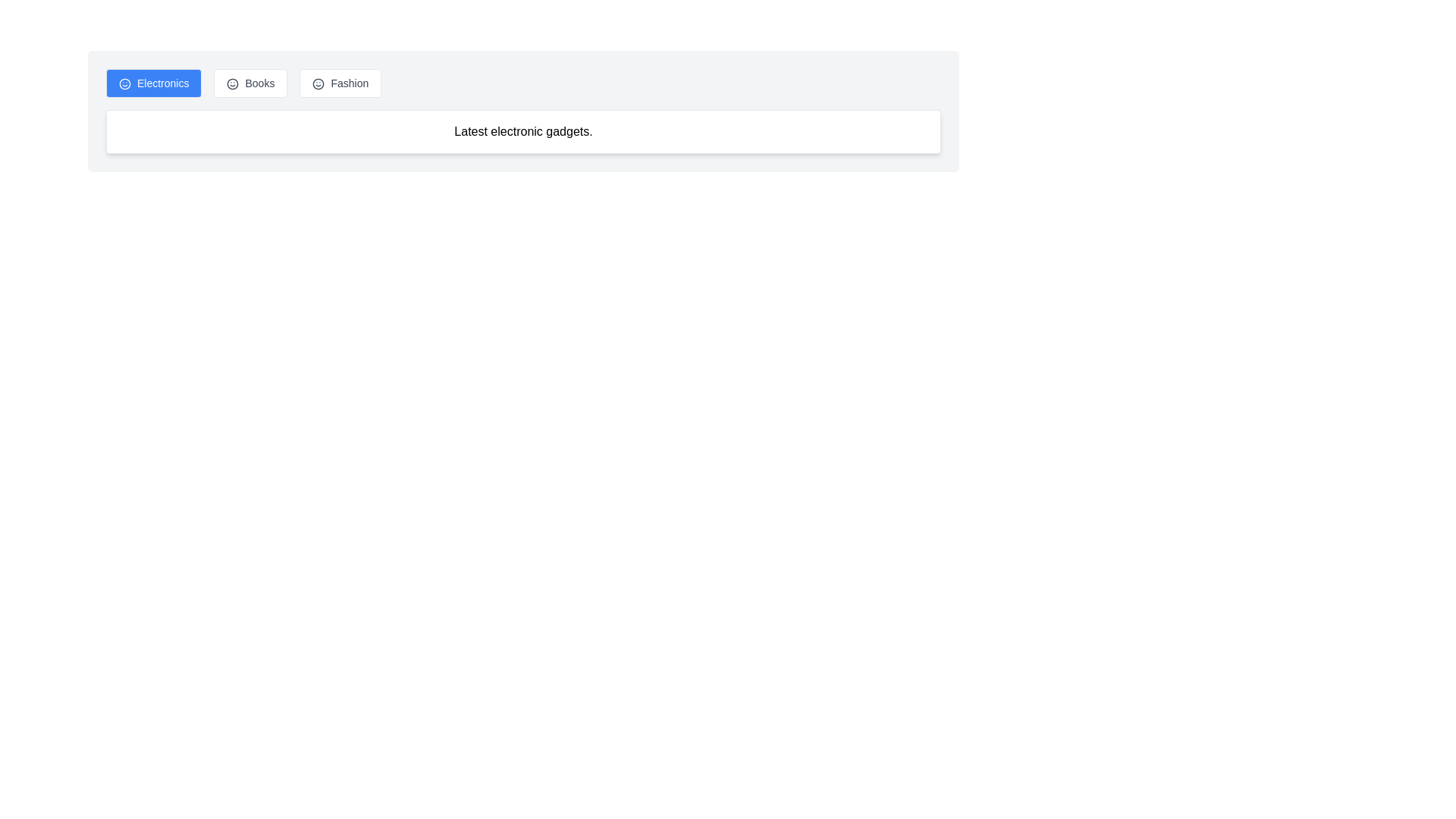 Image resolution: width=1456 pixels, height=819 pixels. Describe the element at coordinates (124, 84) in the screenshot. I see `the circular SVG component that is part of the icon on the 'Electronics' button located in the leftmost button of the horizontal row of category buttons` at that location.